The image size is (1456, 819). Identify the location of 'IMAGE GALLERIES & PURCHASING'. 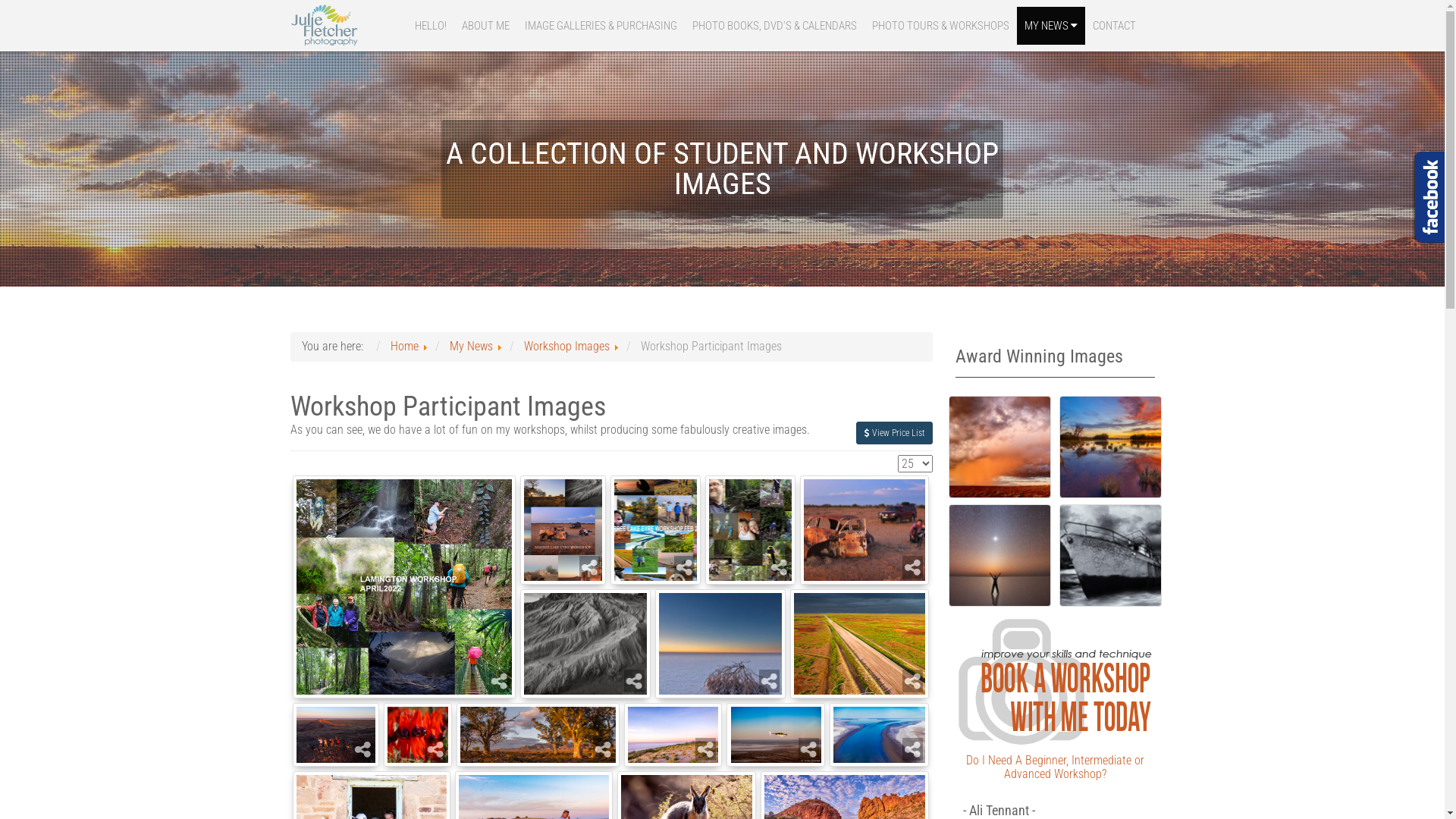
(600, 26).